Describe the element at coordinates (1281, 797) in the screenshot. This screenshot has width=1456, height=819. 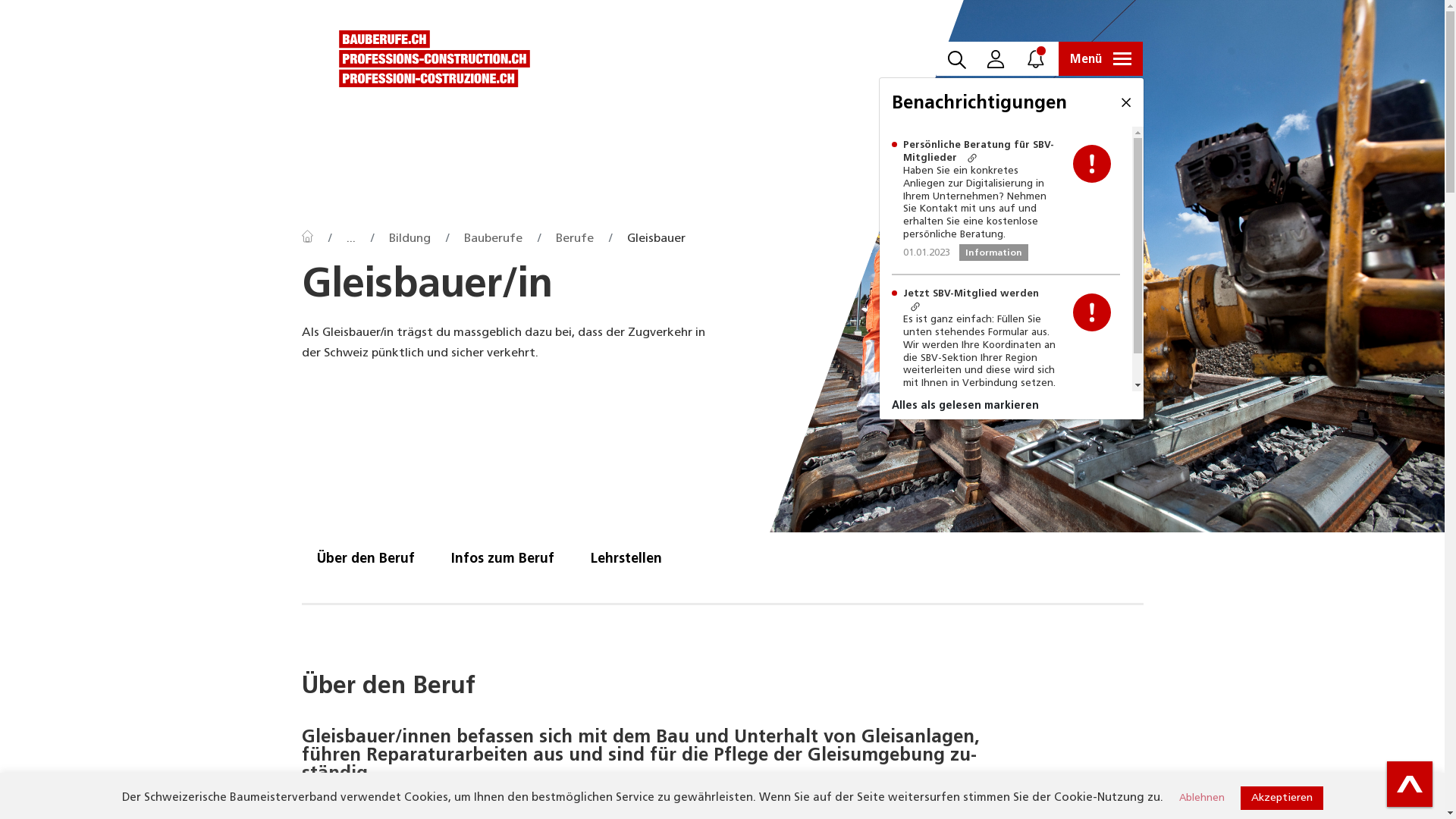
I see `'Akzeptieren'` at that location.